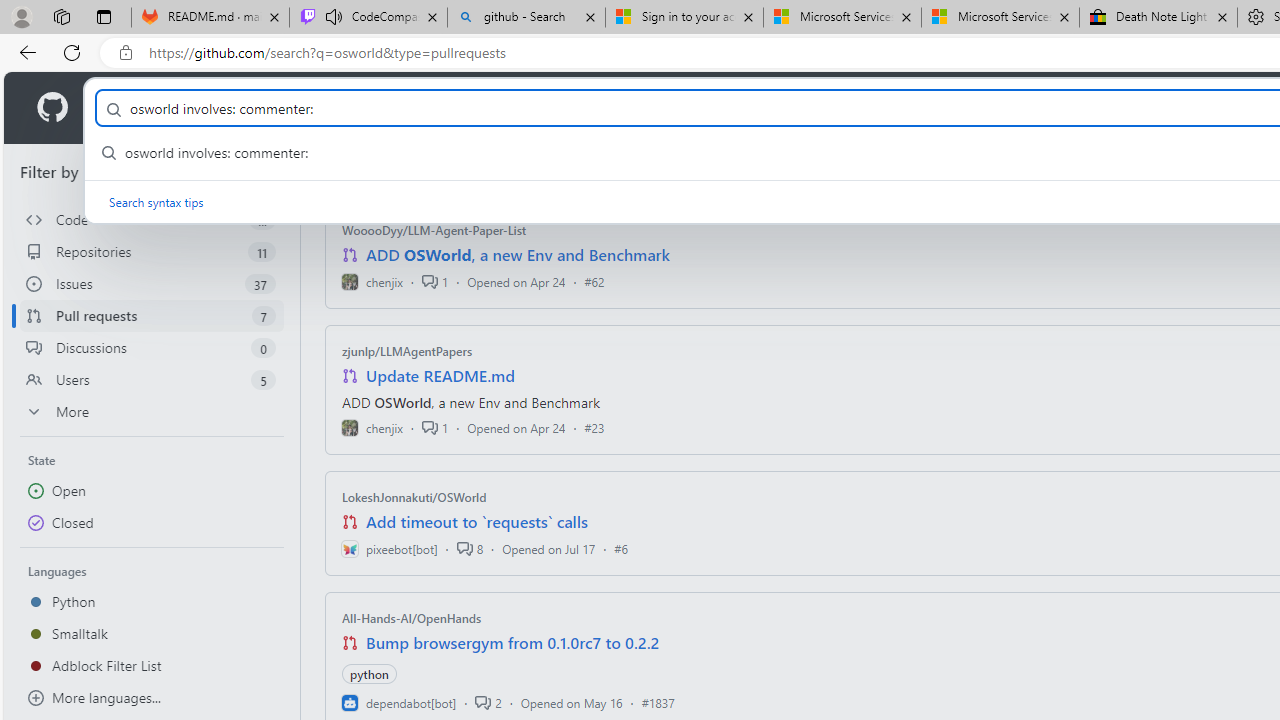 The width and height of the screenshot is (1280, 720). I want to click on 'zjunlp/LLMAgentPapers', so click(406, 350).